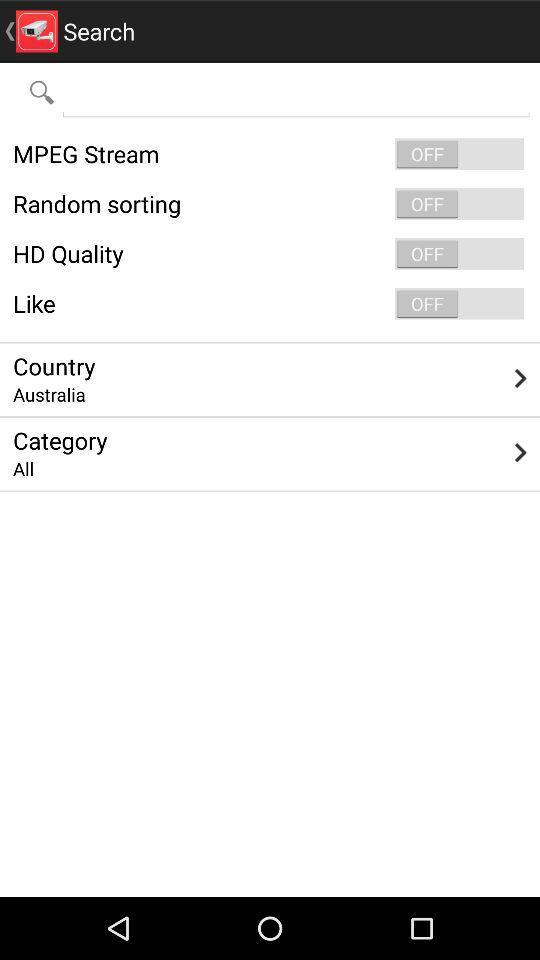 The width and height of the screenshot is (540, 960). Describe the element at coordinates (295, 91) in the screenshot. I see `item above mpeg stream item` at that location.